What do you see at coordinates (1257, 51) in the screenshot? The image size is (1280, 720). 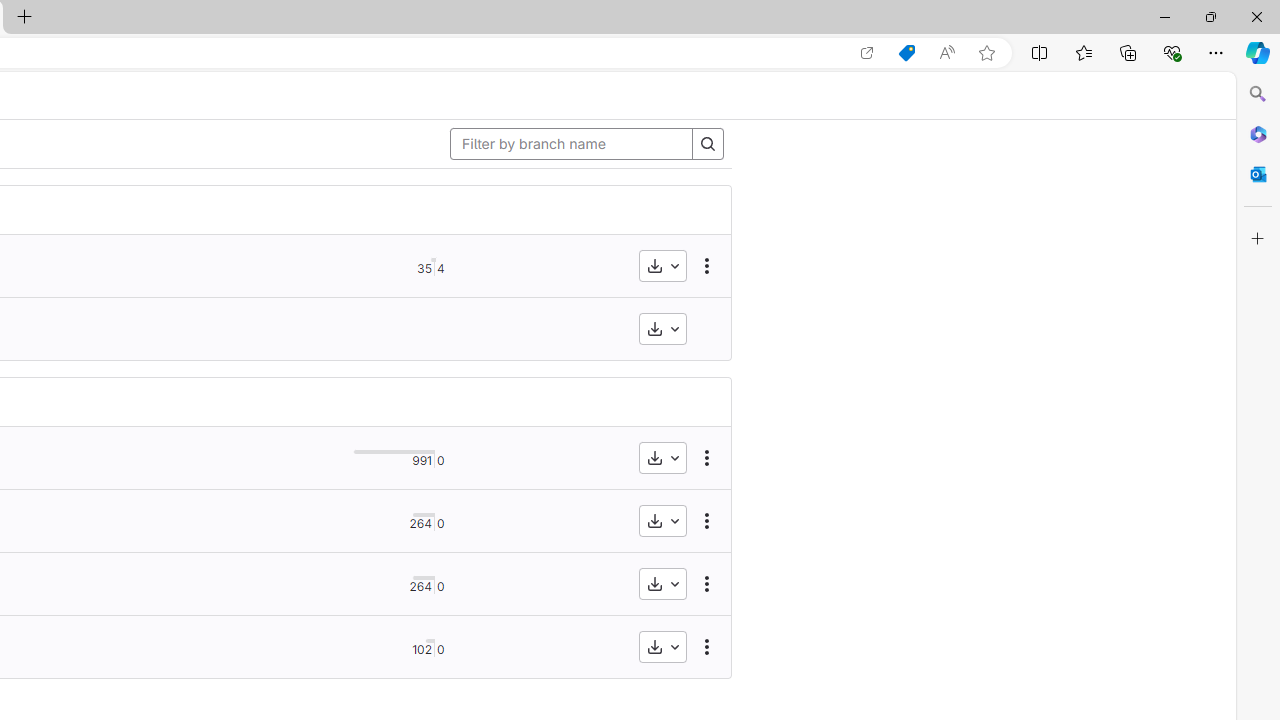 I see `'Copilot (Ctrl+Shift+.)'` at bounding box center [1257, 51].